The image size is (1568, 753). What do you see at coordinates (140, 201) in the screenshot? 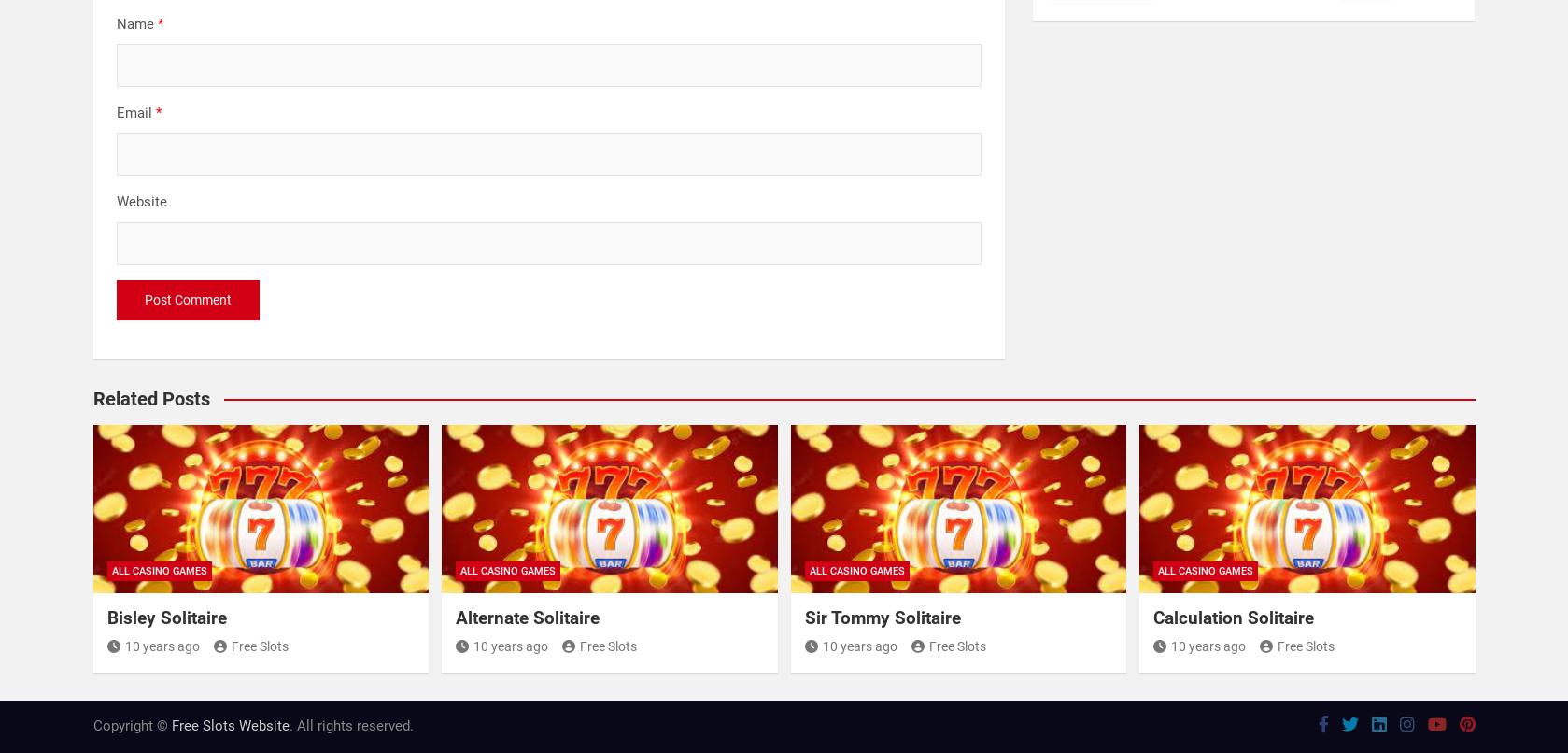
I see `'Website'` at bounding box center [140, 201].